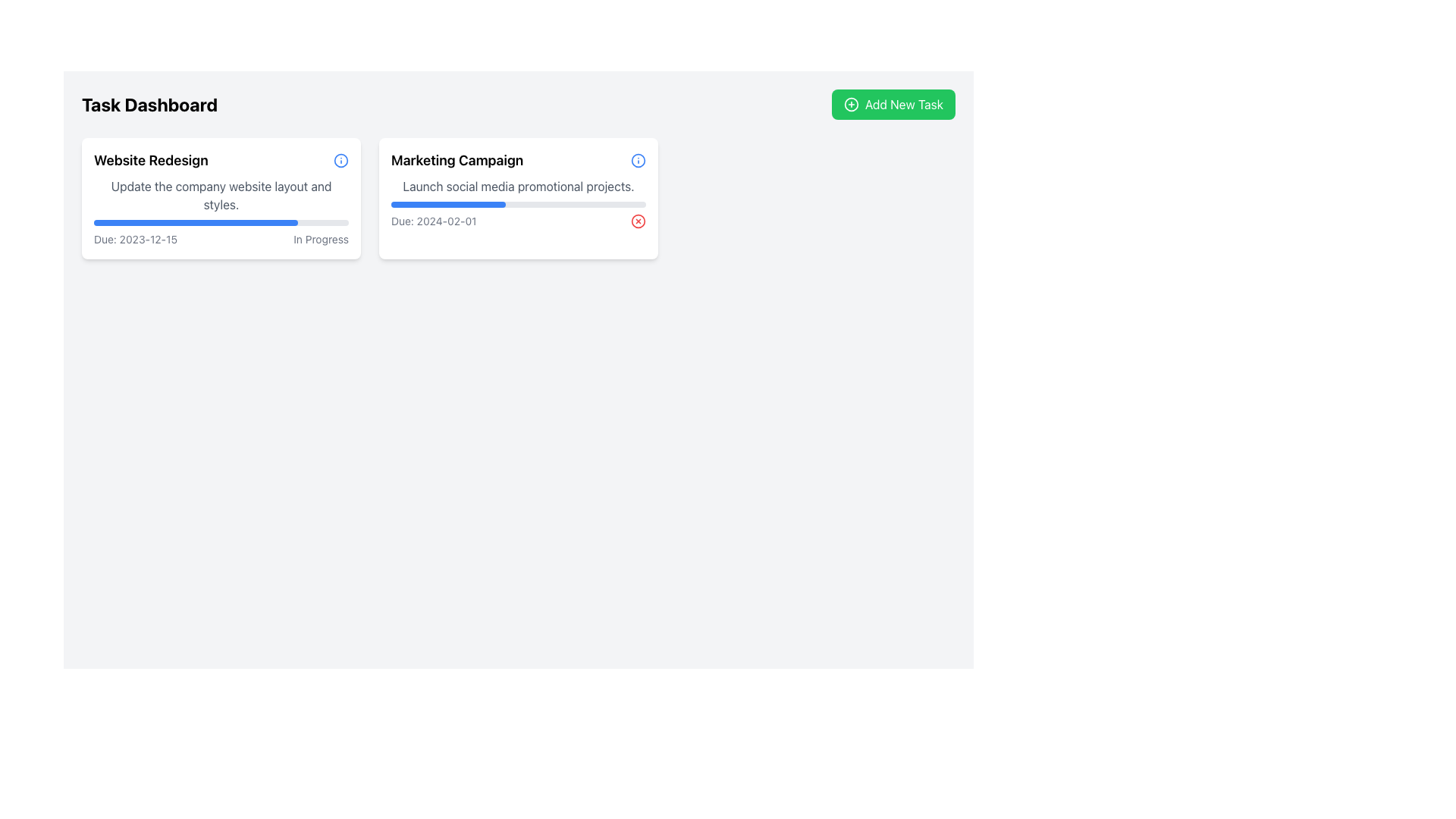  Describe the element at coordinates (221, 222) in the screenshot. I see `the Progress bar indicating the completion status of the 'Website Redesign' task, which is visually represented with a filled blue portion` at that location.